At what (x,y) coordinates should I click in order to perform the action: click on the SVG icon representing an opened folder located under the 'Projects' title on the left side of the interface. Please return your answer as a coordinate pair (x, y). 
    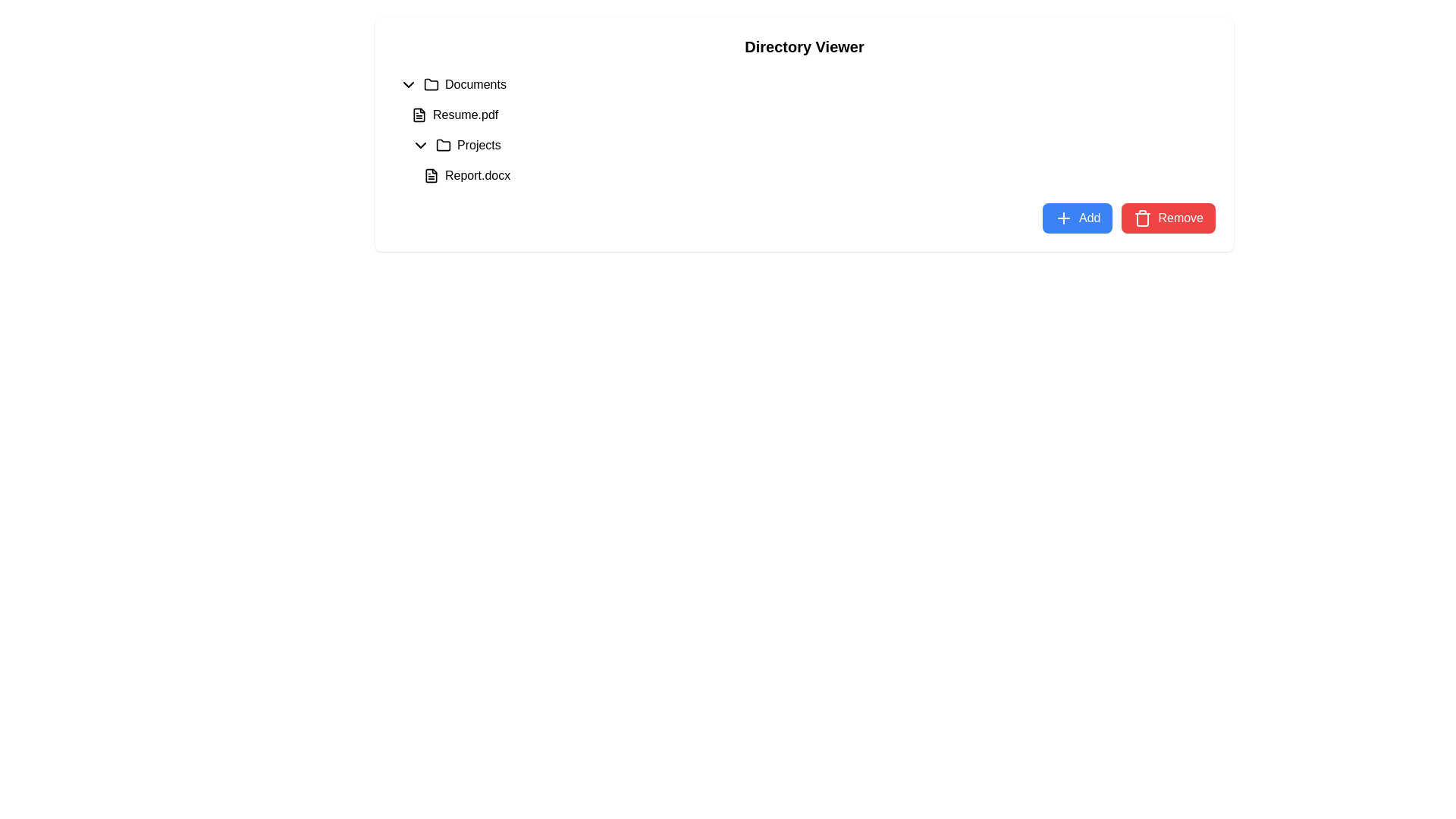
    Looking at the image, I should click on (443, 145).